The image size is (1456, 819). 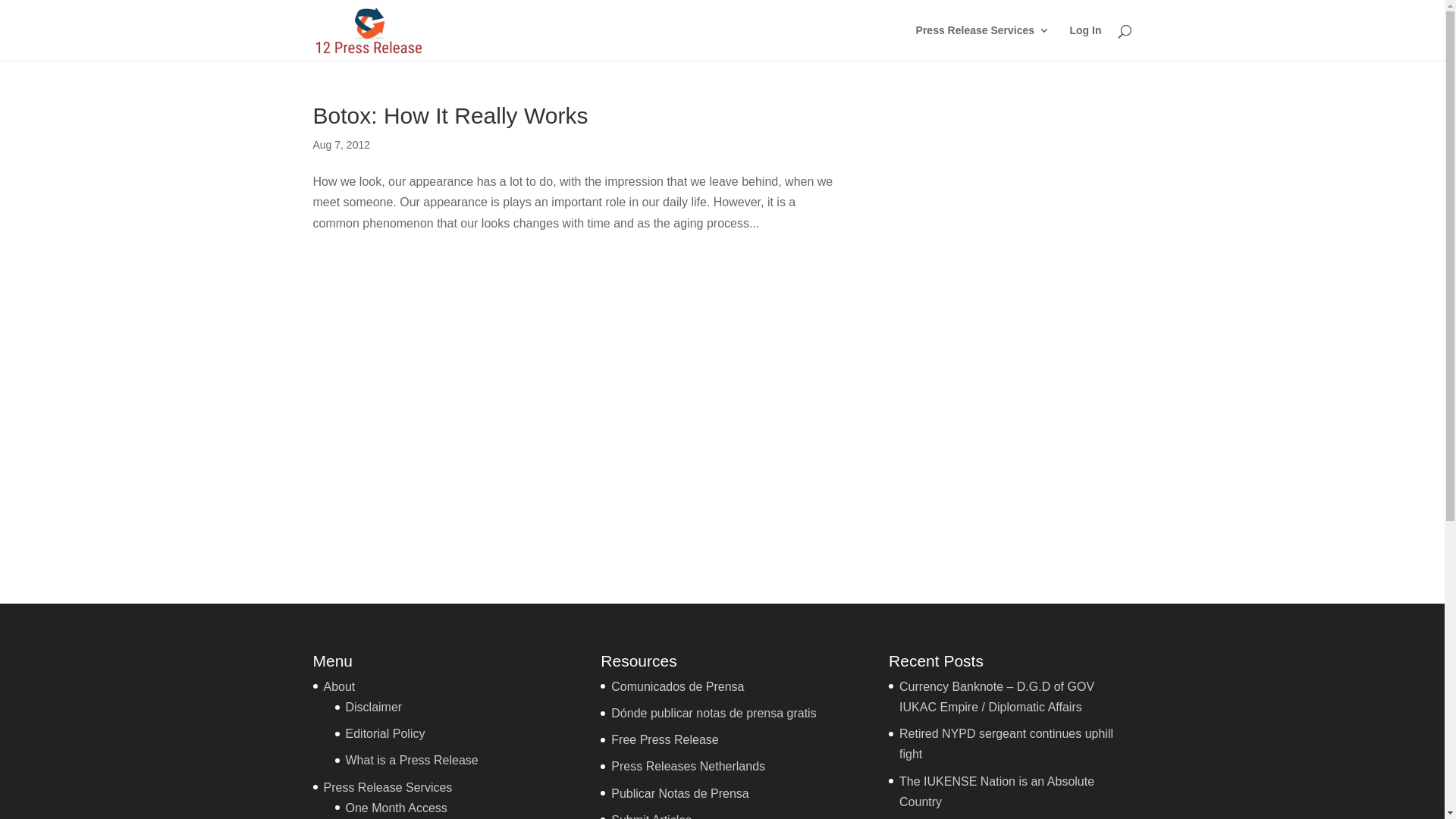 I want to click on 'Press Release Services', so click(x=915, y=42).